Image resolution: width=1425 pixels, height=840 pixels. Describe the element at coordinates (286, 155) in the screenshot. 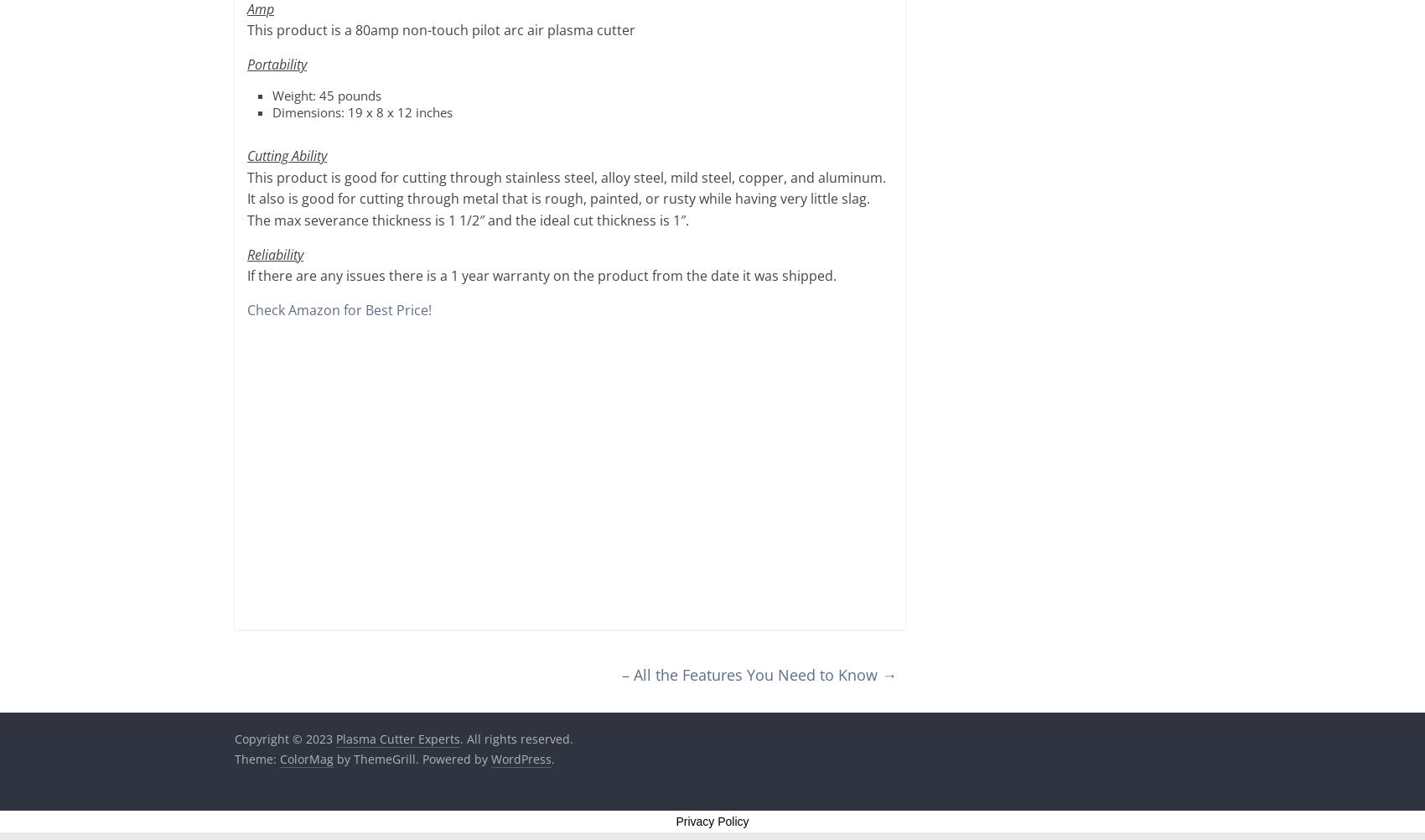

I see `'Cutting Ability'` at that location.